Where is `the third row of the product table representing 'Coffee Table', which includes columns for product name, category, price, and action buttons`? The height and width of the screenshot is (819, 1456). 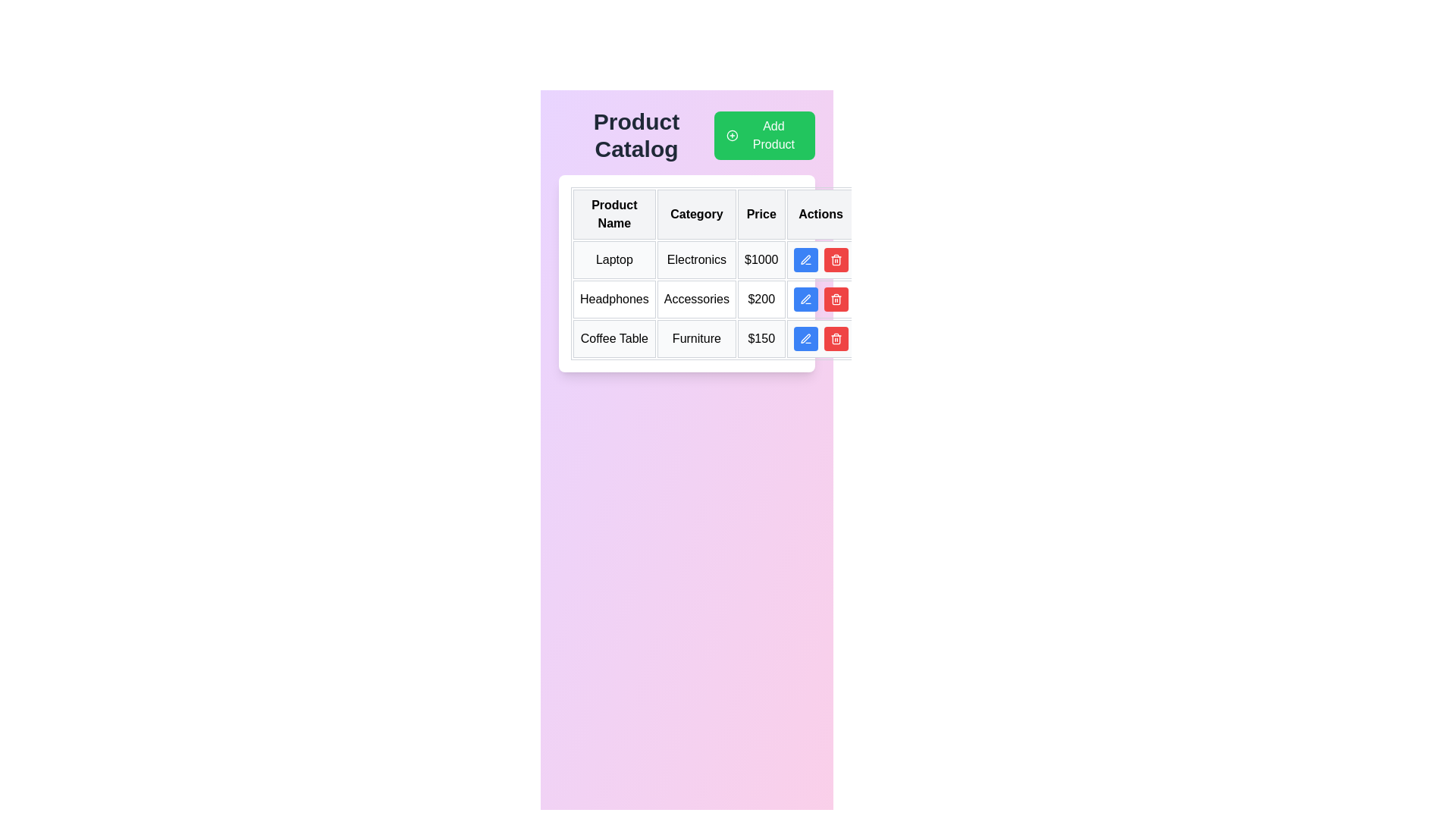
the third row of the product table representing 'Coffee Table', which includes columns for product name, category, price, and action buttons is located at coordinates (713, 338).